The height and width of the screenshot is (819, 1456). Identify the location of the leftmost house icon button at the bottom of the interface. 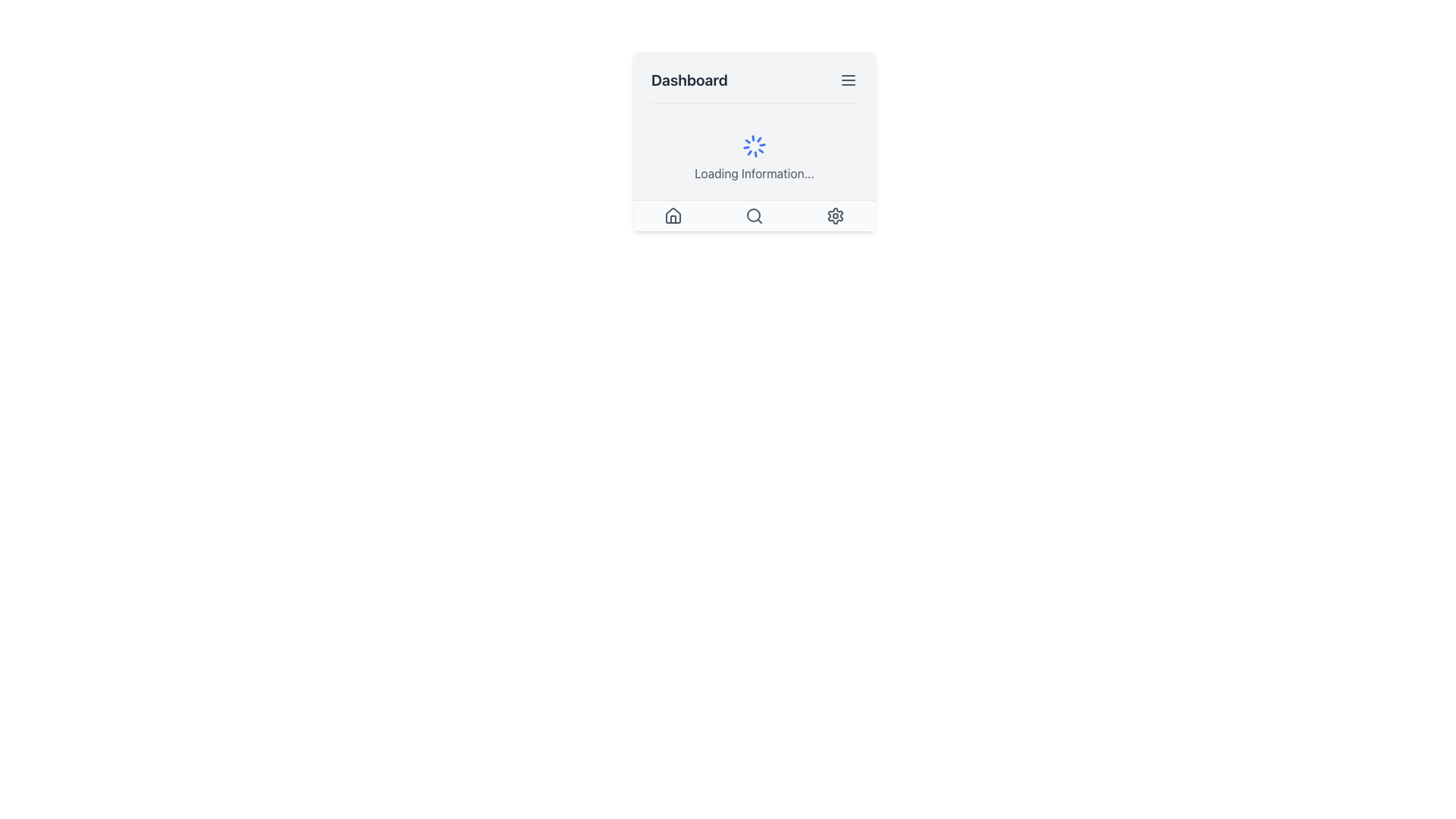
(673, 216).